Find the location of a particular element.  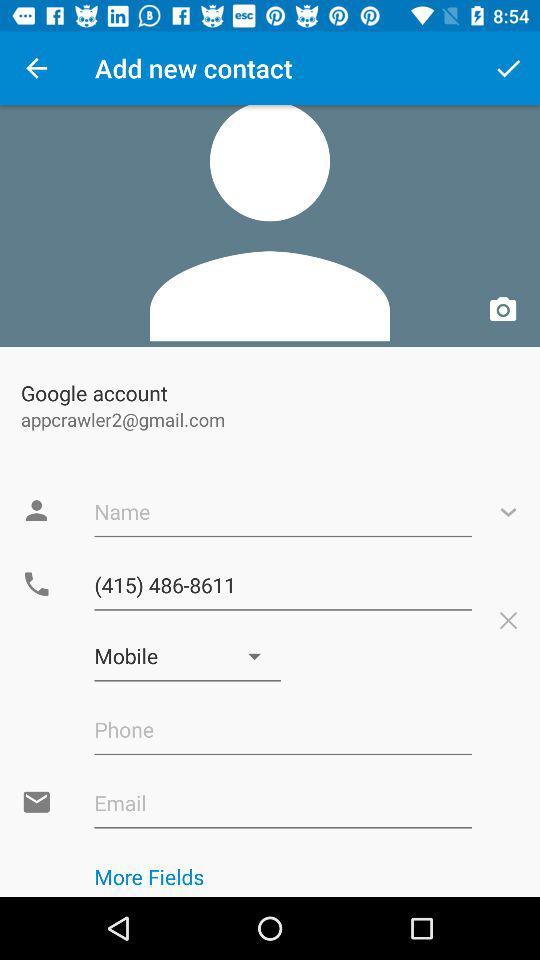

the icon right to the text name is located at coordinates (508, 510).